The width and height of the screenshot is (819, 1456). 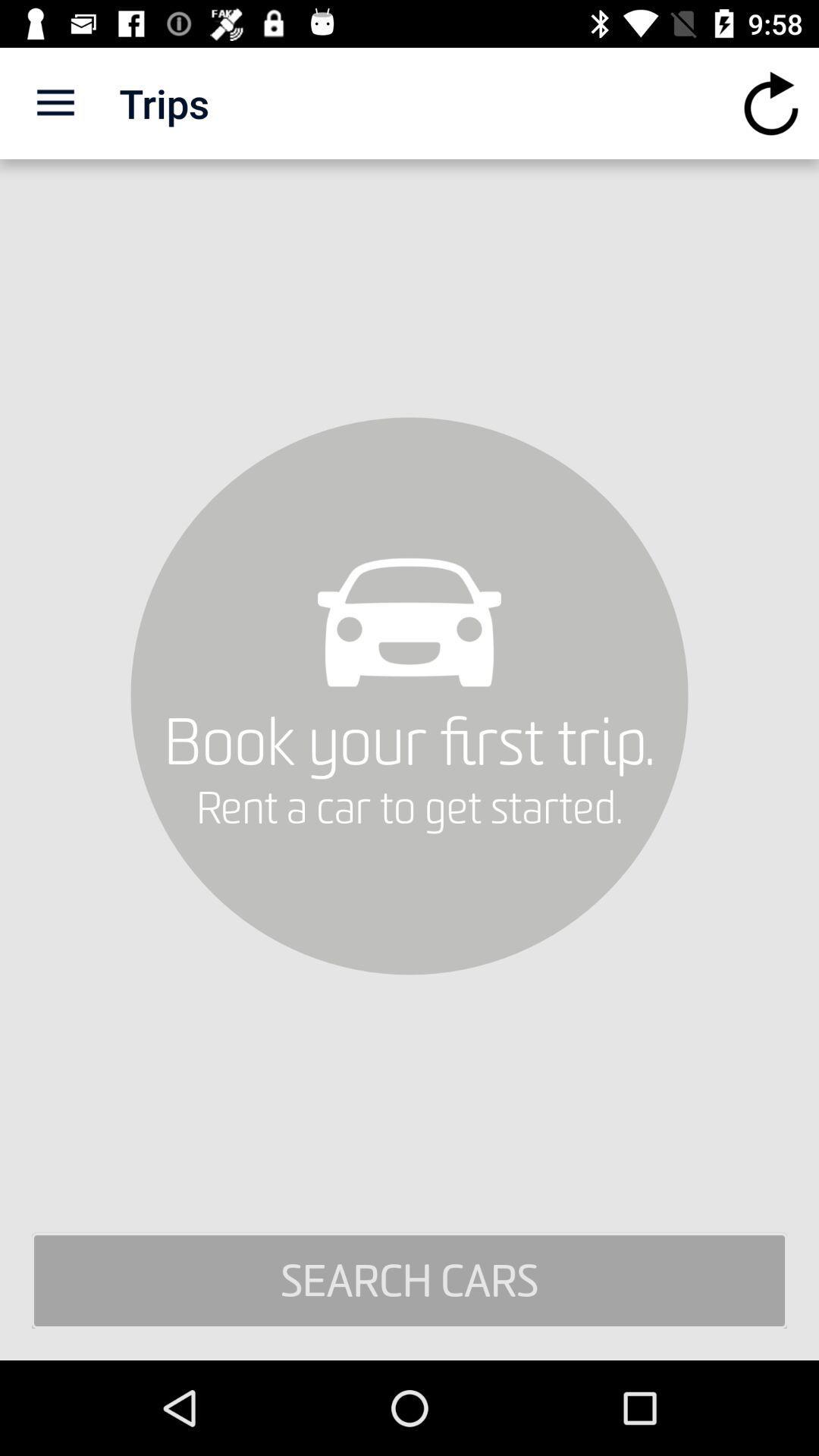 I want to click on item next to the trips app, so click(x=55, y=102).